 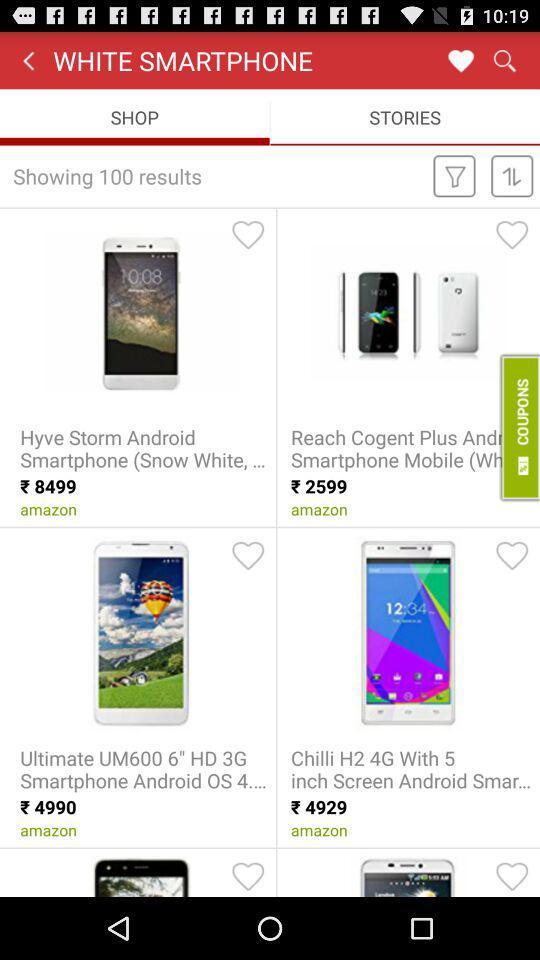 What do you see at coordinates (460, 64) in the screenshot?
I see `the favorite icon` at bounding box center [460, 64].